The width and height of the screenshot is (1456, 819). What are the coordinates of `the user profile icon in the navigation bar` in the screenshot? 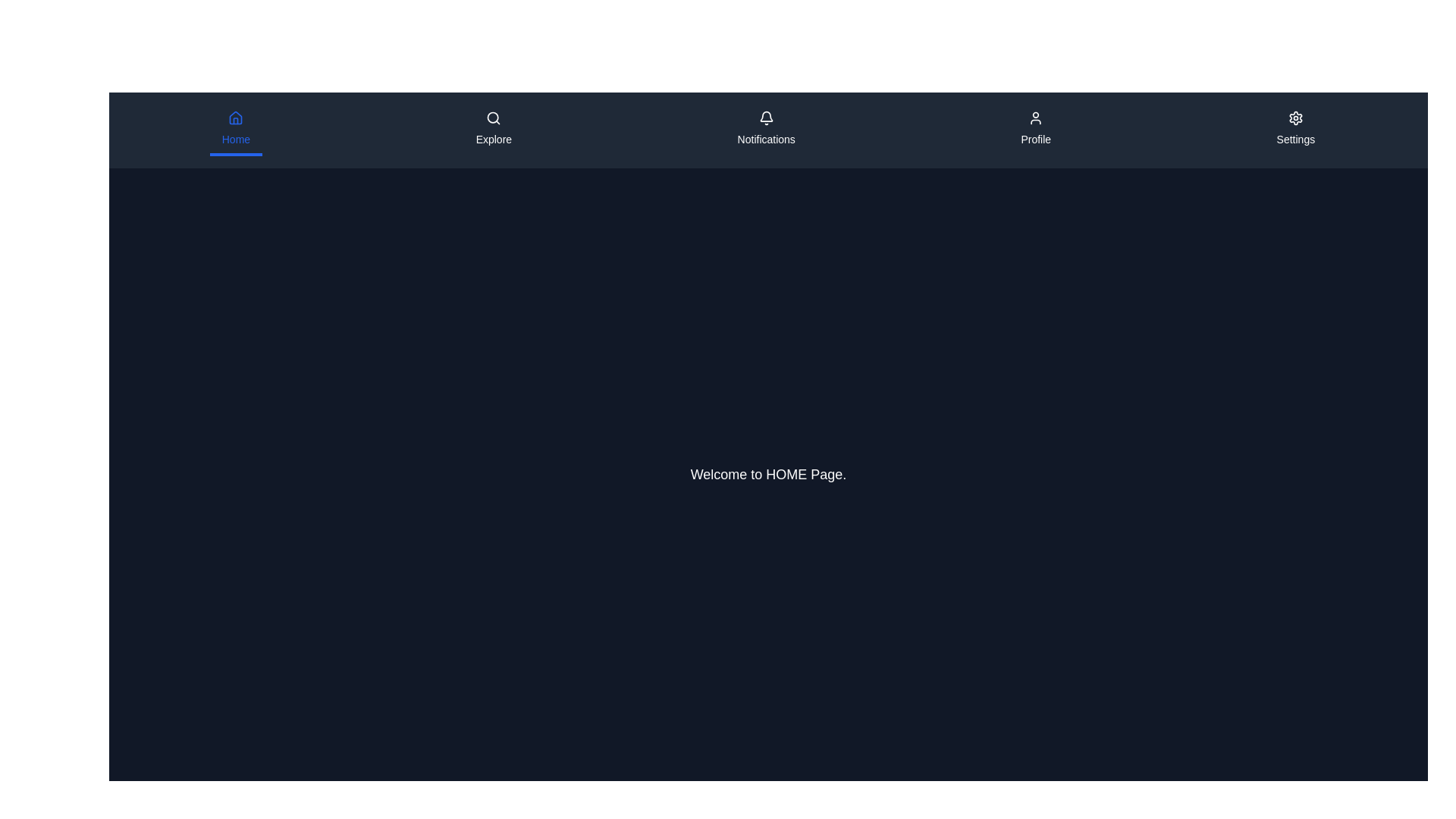 It's located at (1035, 117).